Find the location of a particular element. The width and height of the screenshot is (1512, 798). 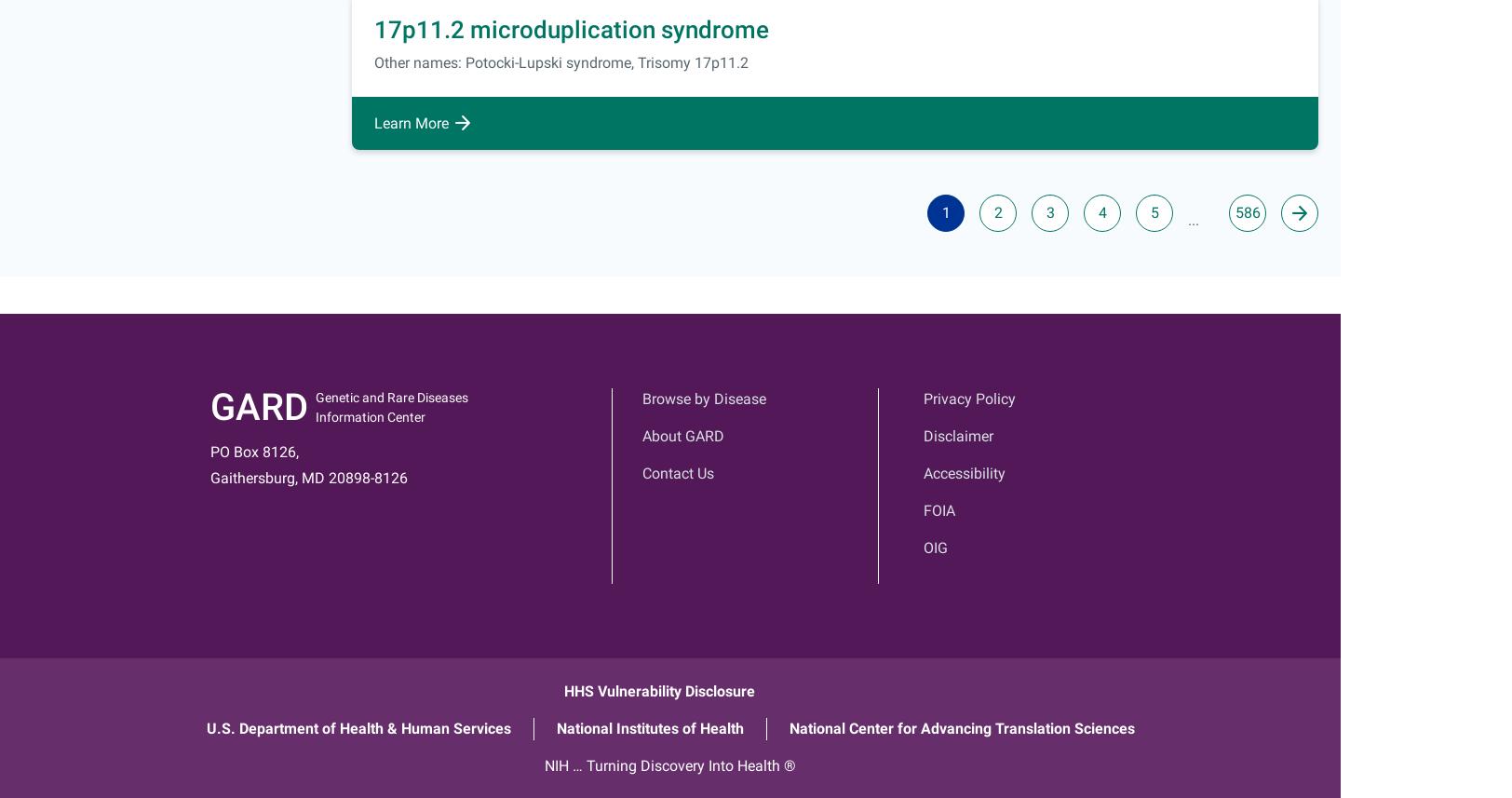

'PO Box 8126,' is located at coordinates (254, 451).